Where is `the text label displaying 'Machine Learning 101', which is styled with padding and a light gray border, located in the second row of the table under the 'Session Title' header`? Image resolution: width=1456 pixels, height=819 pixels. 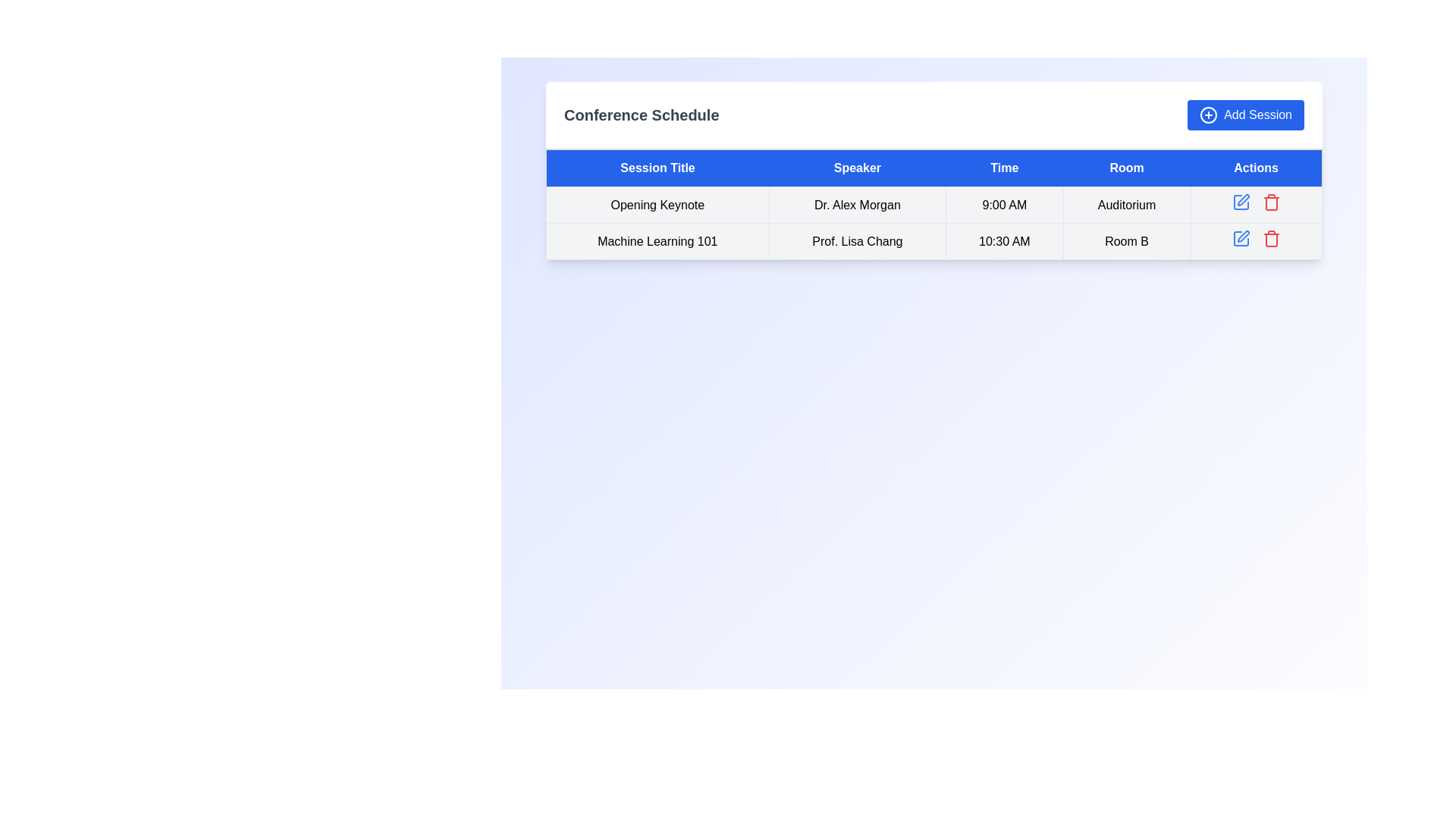
the text label displaying 'Machine Learning 101', which is styled with padding and a light gray border, located in the second row of the table under the 'Session Title' header is located at coordinates (657, 240).